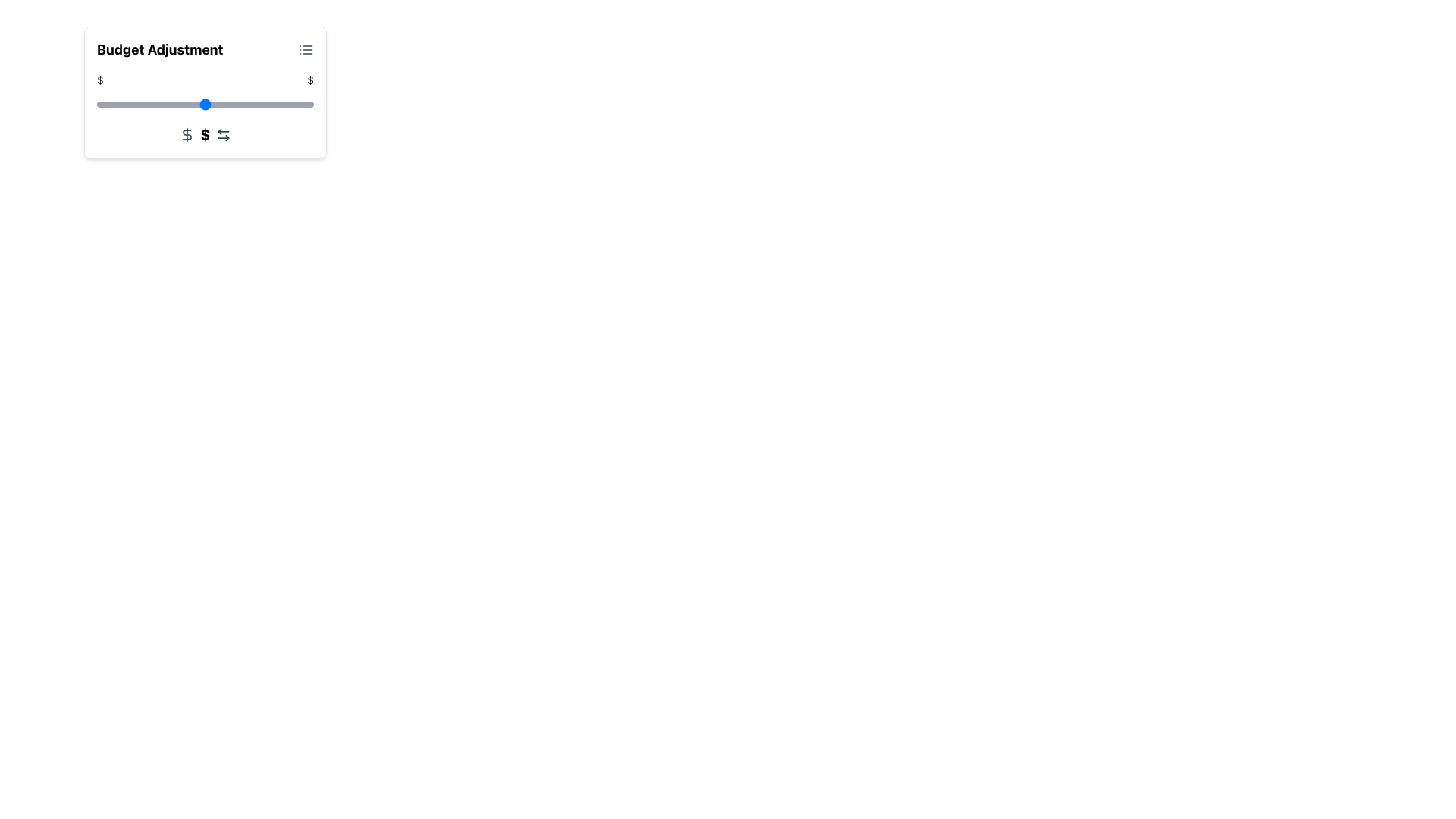  I want to click on the budget adjustment slider, so click(129, 104).